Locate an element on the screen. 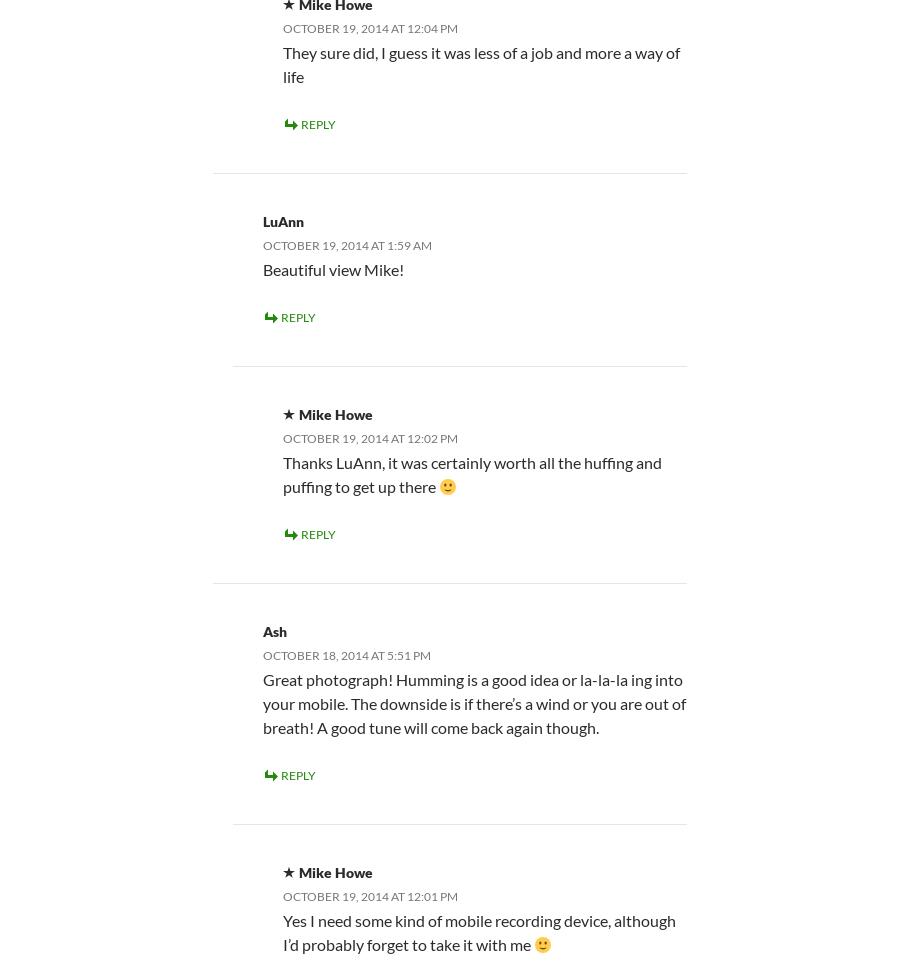 The width and height of the screenshot is (900, 978). 'Thanks LuAnn, it was certainly worth all the huffing and puffing to get up there' is located at coordinates (471, 472).